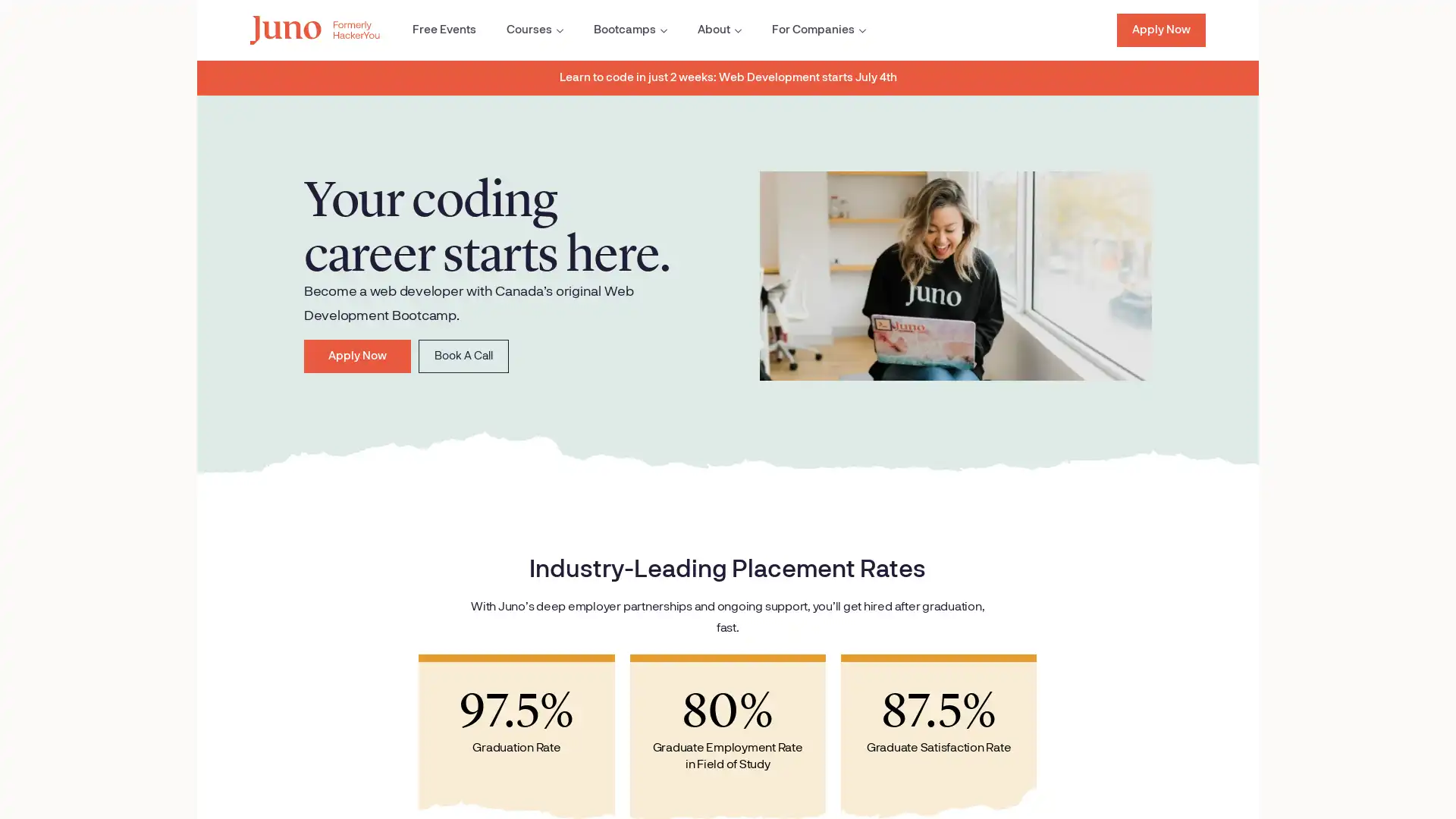  I want to click on Open the Bootcamps sub menu., so click(617, 30).